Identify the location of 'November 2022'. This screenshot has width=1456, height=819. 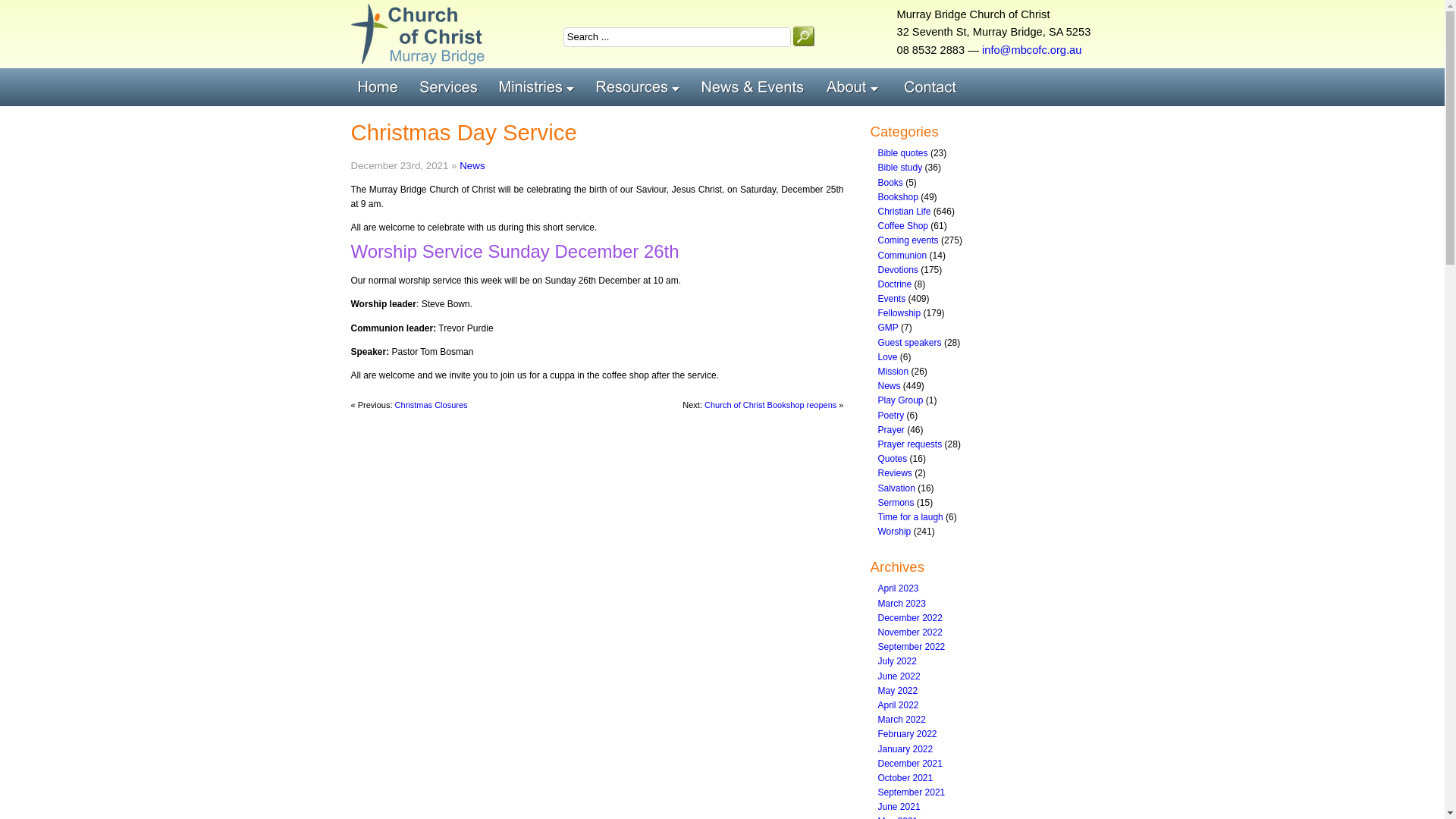
(910, 632).